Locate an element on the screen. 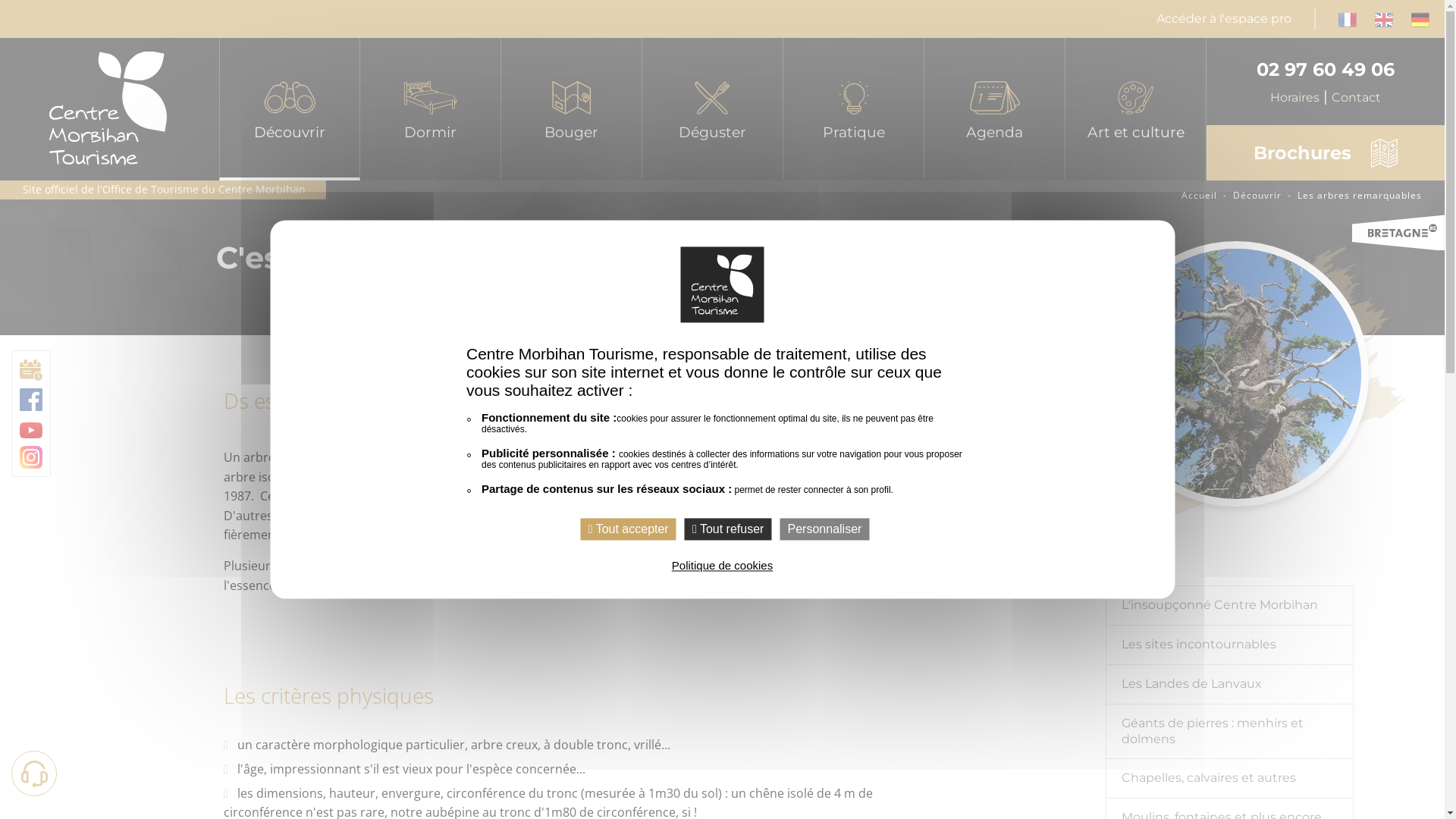 This screenshot has height=819, width=1456. 'Expressions d'artistes' is located at coordinates (1135, 197).